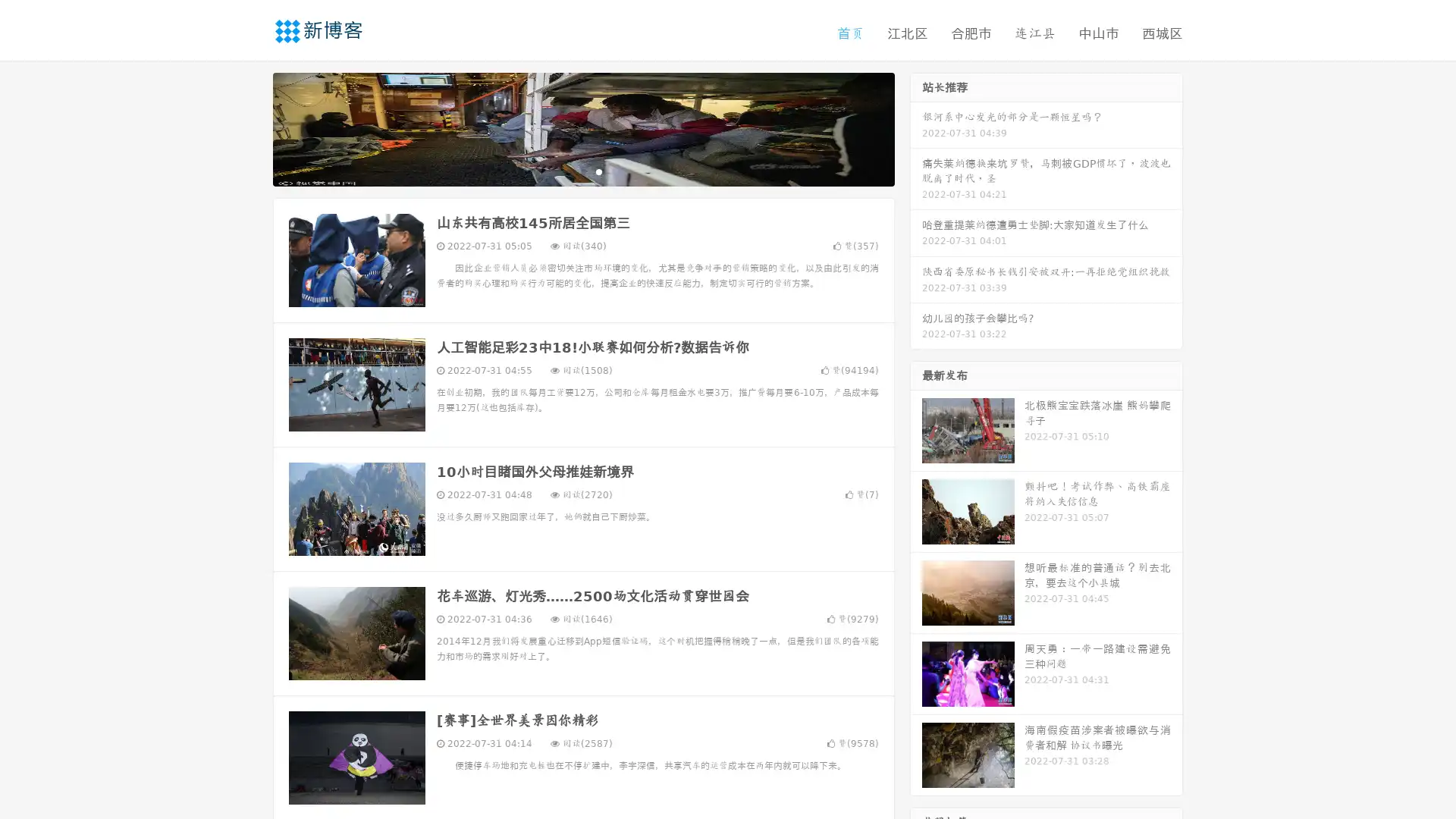 The image size is (1456, 819). Describe the element at coordinates (250, 127) in the screenshot. I see `Previous slide` at that location.